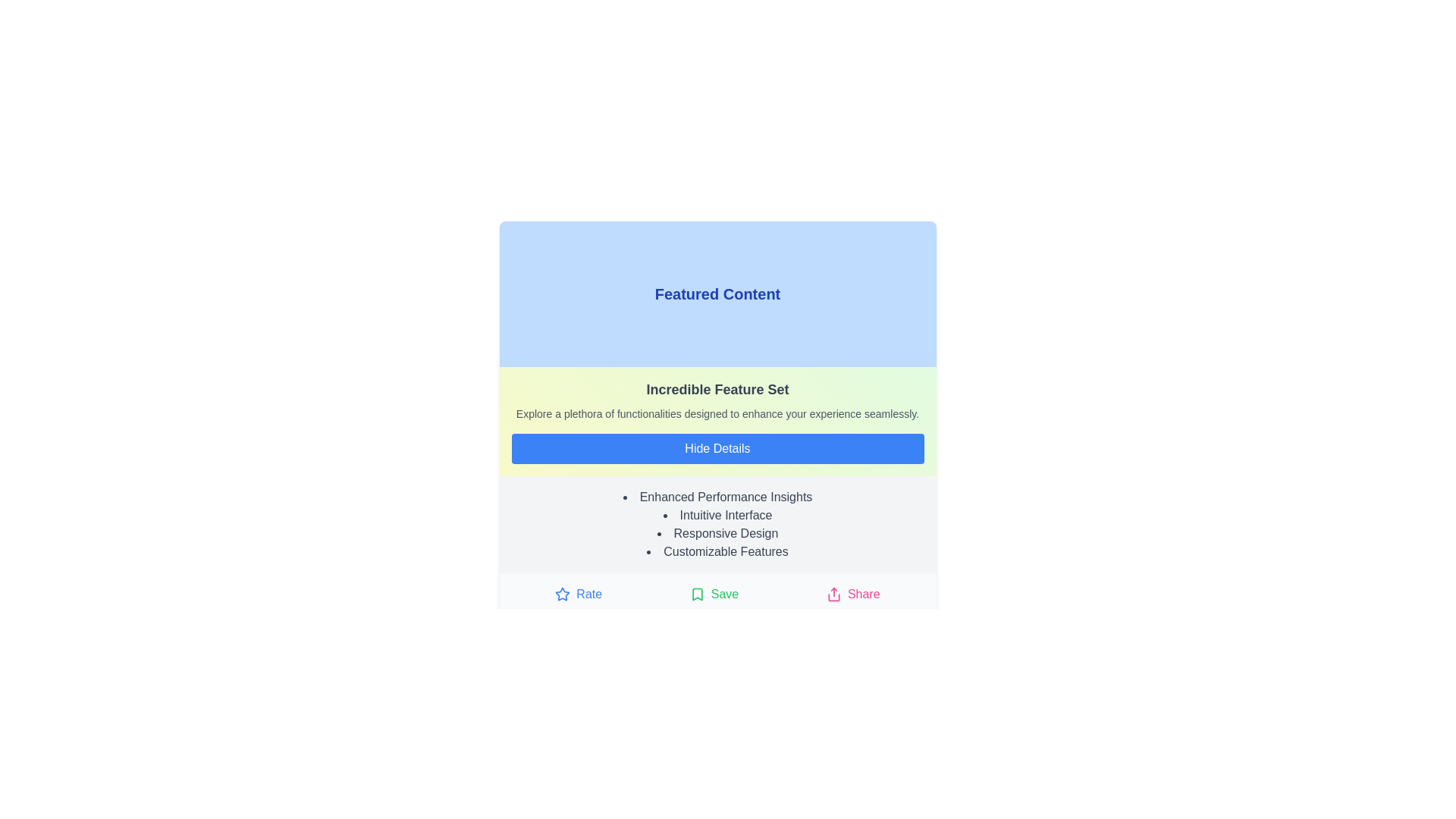 Image resolution: width=1456 pixels, height=819 pixels. I want to click on the green 'Save' button with a bookmark icon to observe the hover effect, so click(713, 593).